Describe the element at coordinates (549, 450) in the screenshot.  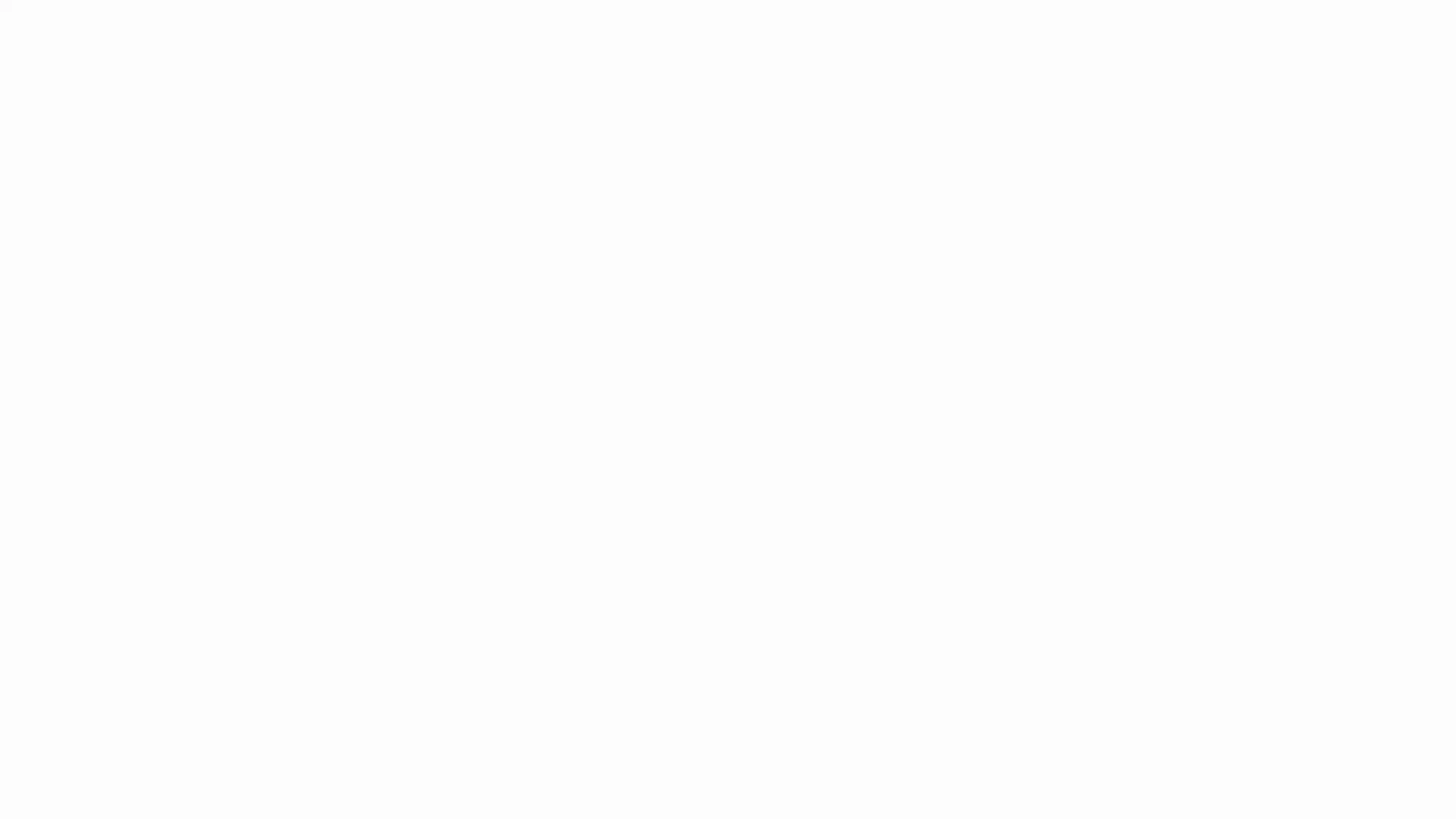
I see `Create your account` at that location.